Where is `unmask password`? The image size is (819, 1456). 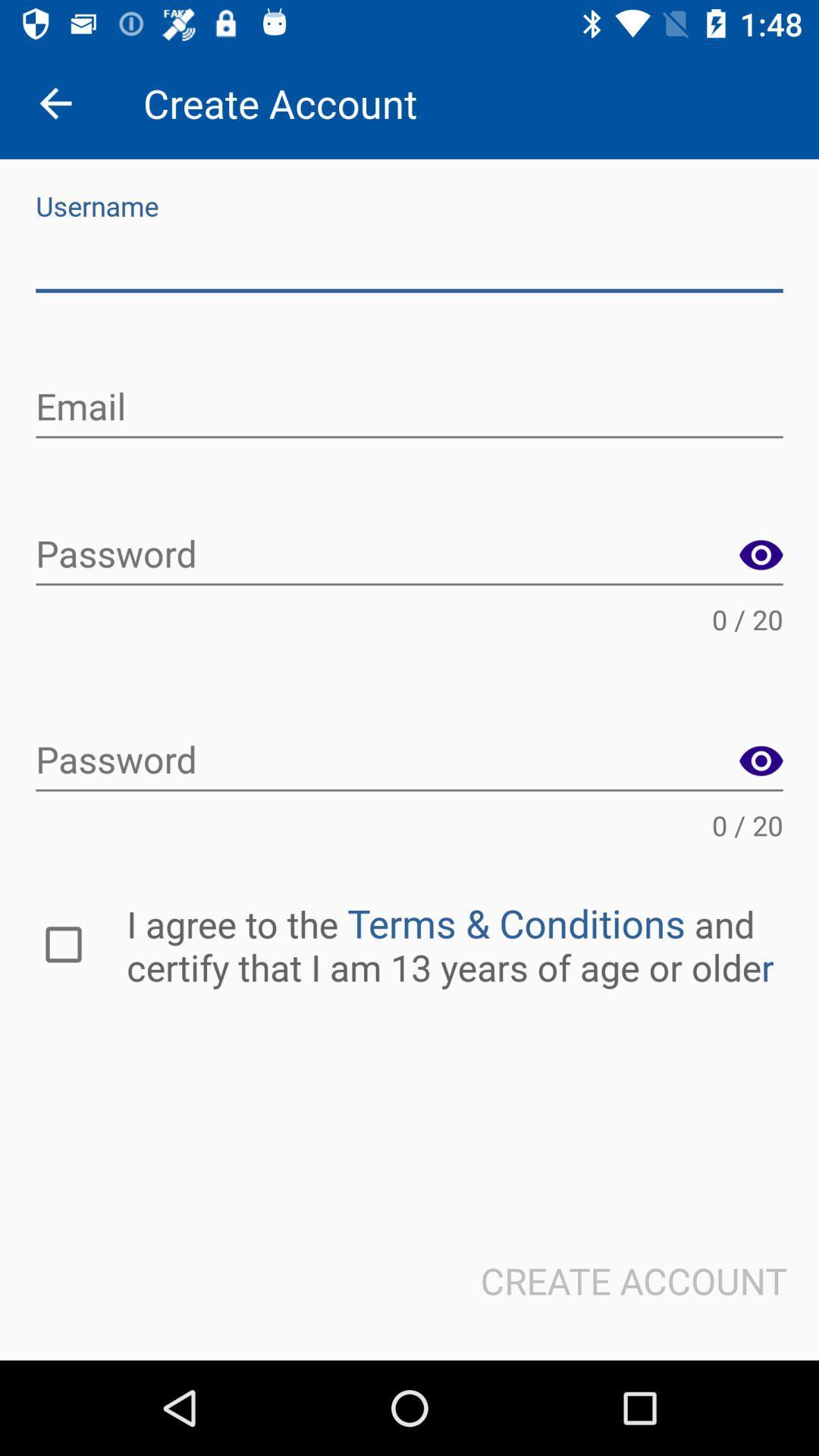 unmask password is located at coordinates (761, 761).